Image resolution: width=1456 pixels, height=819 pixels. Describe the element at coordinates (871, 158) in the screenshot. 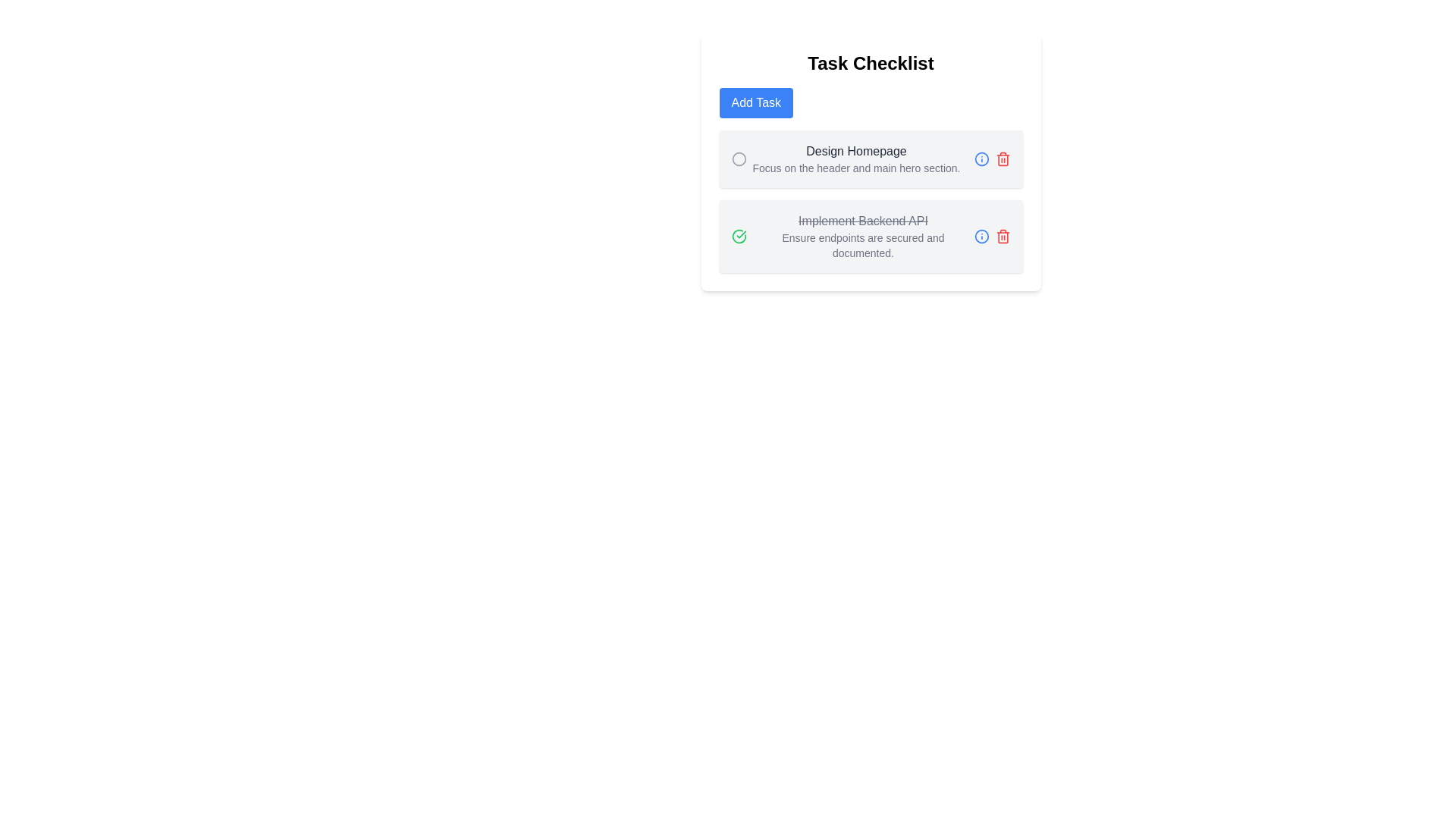

I see `the checklist item displayed in the 'Task Checklist' card` at that location.